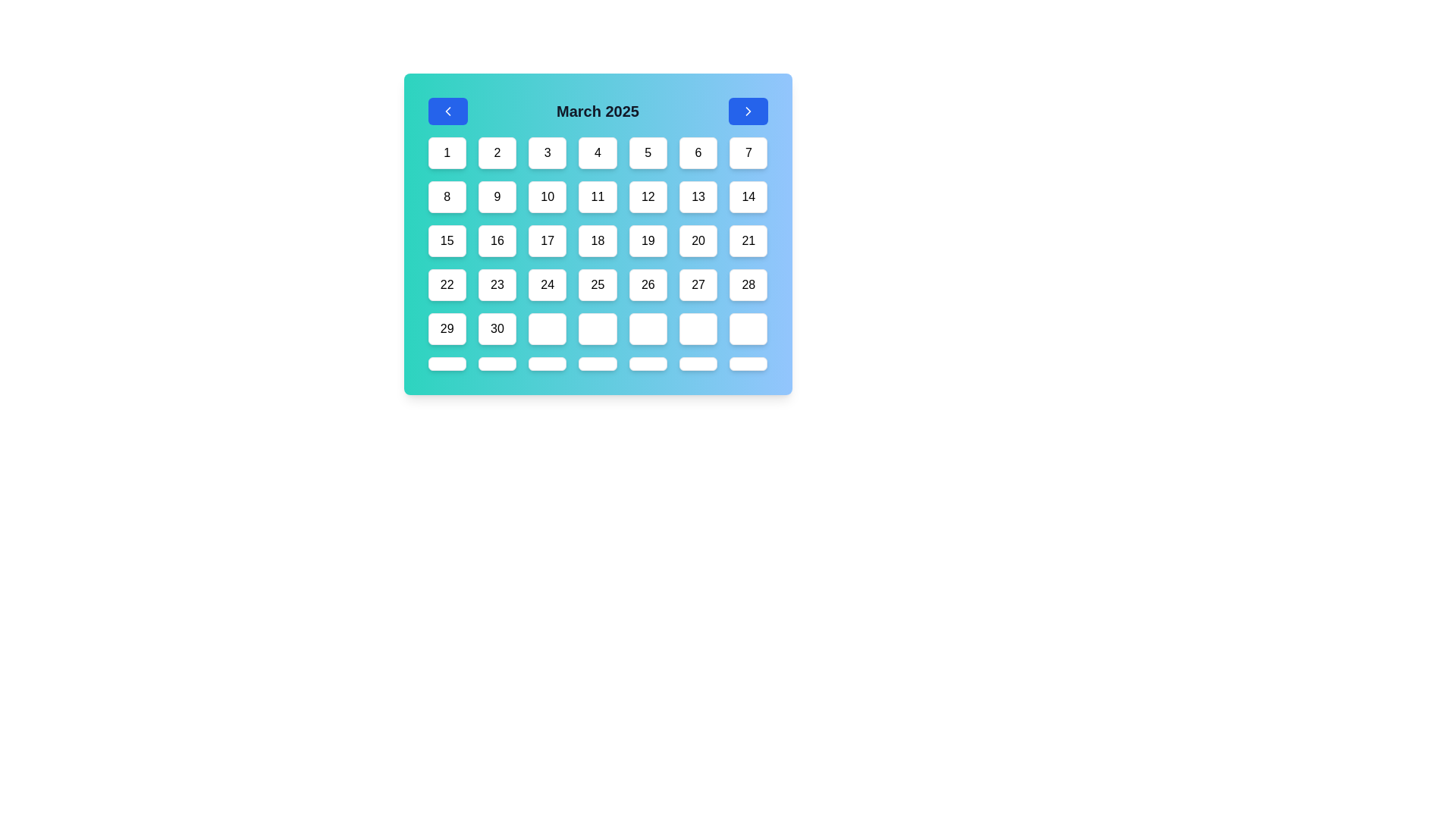  I want to click on the inactive button located in the last column of the last row of the grid layout, which has no visible label or interaction cues, so click(748, 363).